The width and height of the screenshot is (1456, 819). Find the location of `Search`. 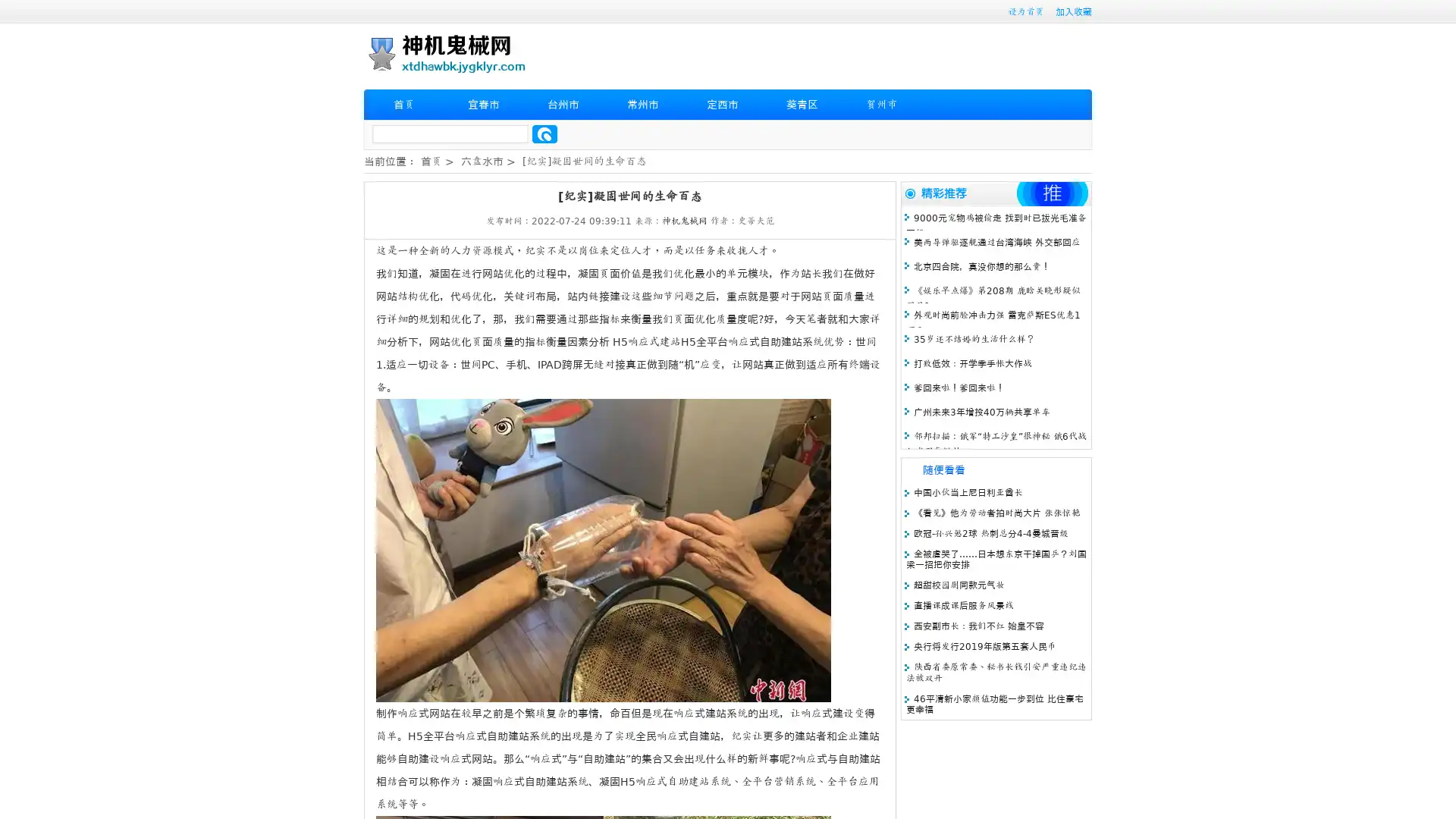

Search is located at coordinates (544, 133).